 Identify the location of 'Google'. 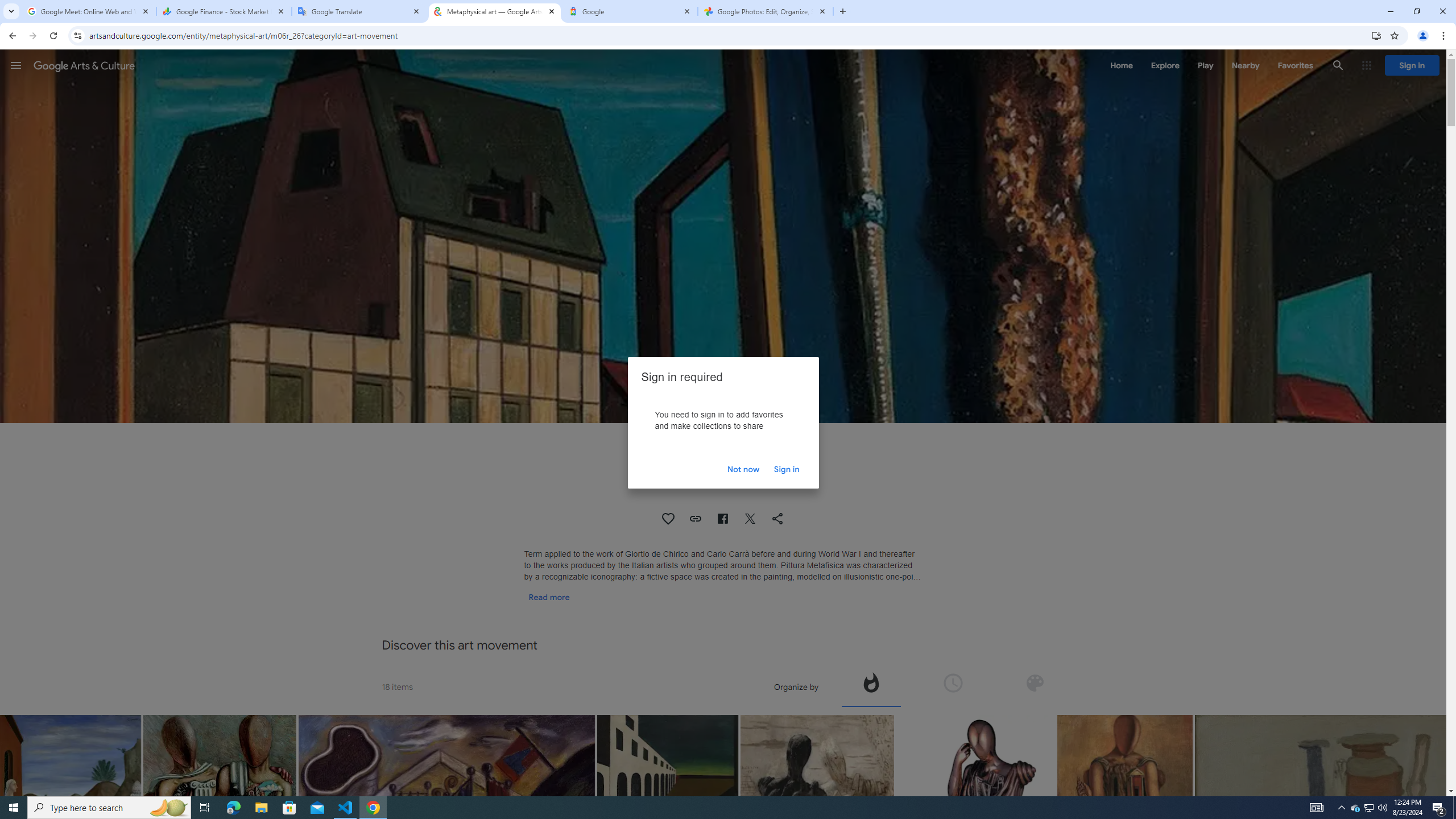
(630, 11).